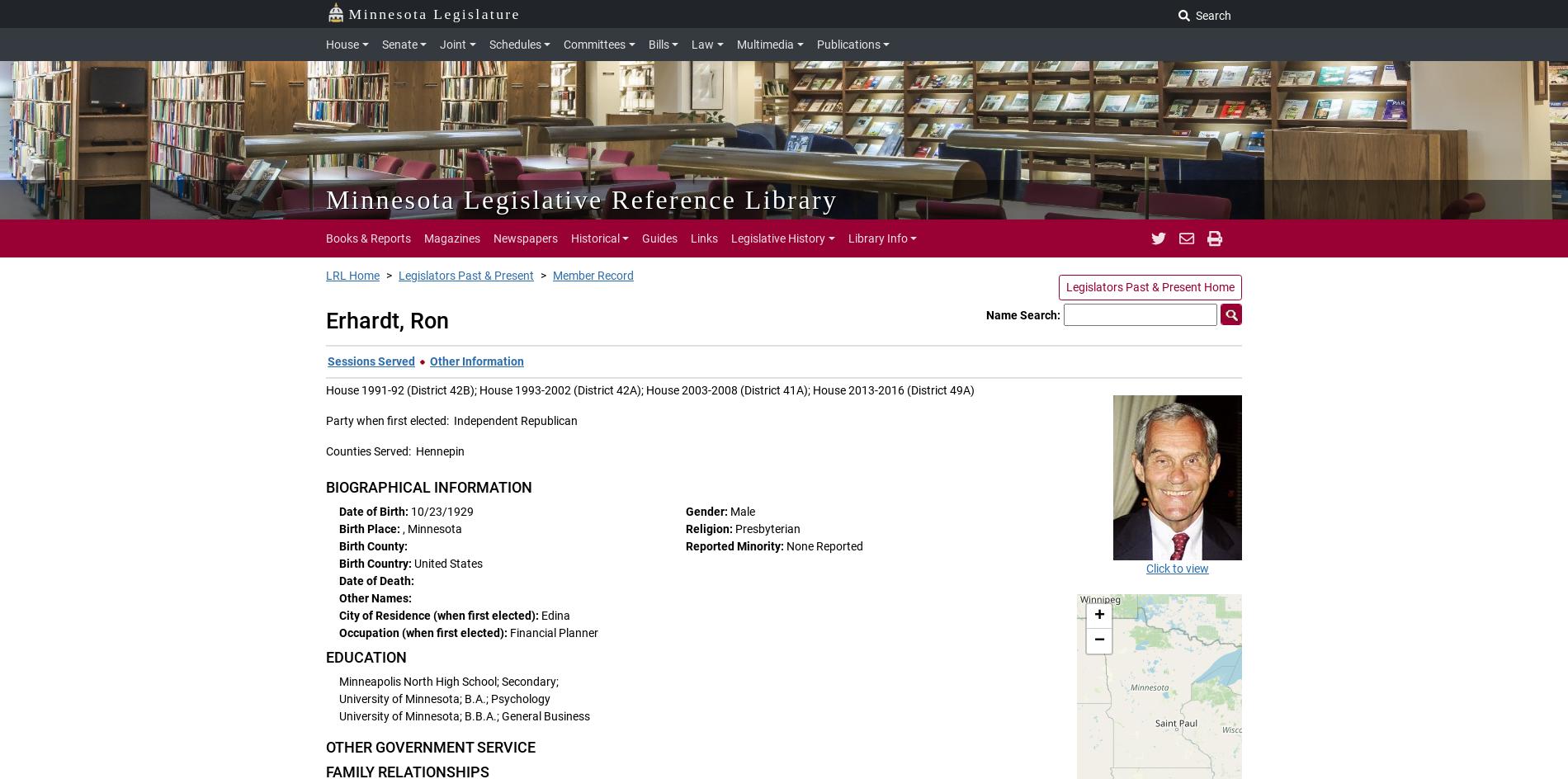 This screenshot has width=1568, height=779. Describe the element at coordinates (570, 238) in the screenshot. I see `'Historical'` at that location.